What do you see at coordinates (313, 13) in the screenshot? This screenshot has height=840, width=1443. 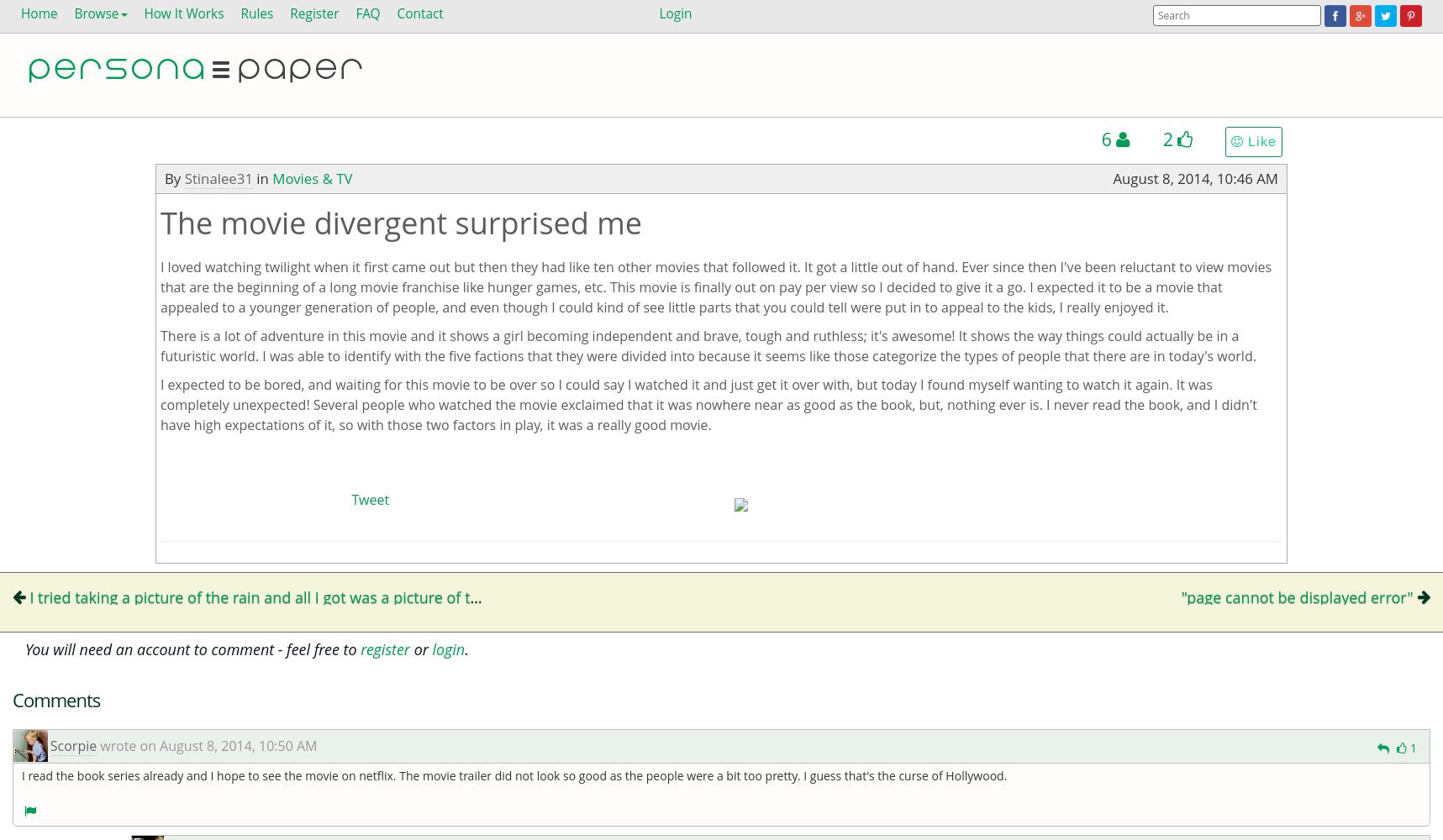 I see `'Register'` at bounding box center [313, 13].